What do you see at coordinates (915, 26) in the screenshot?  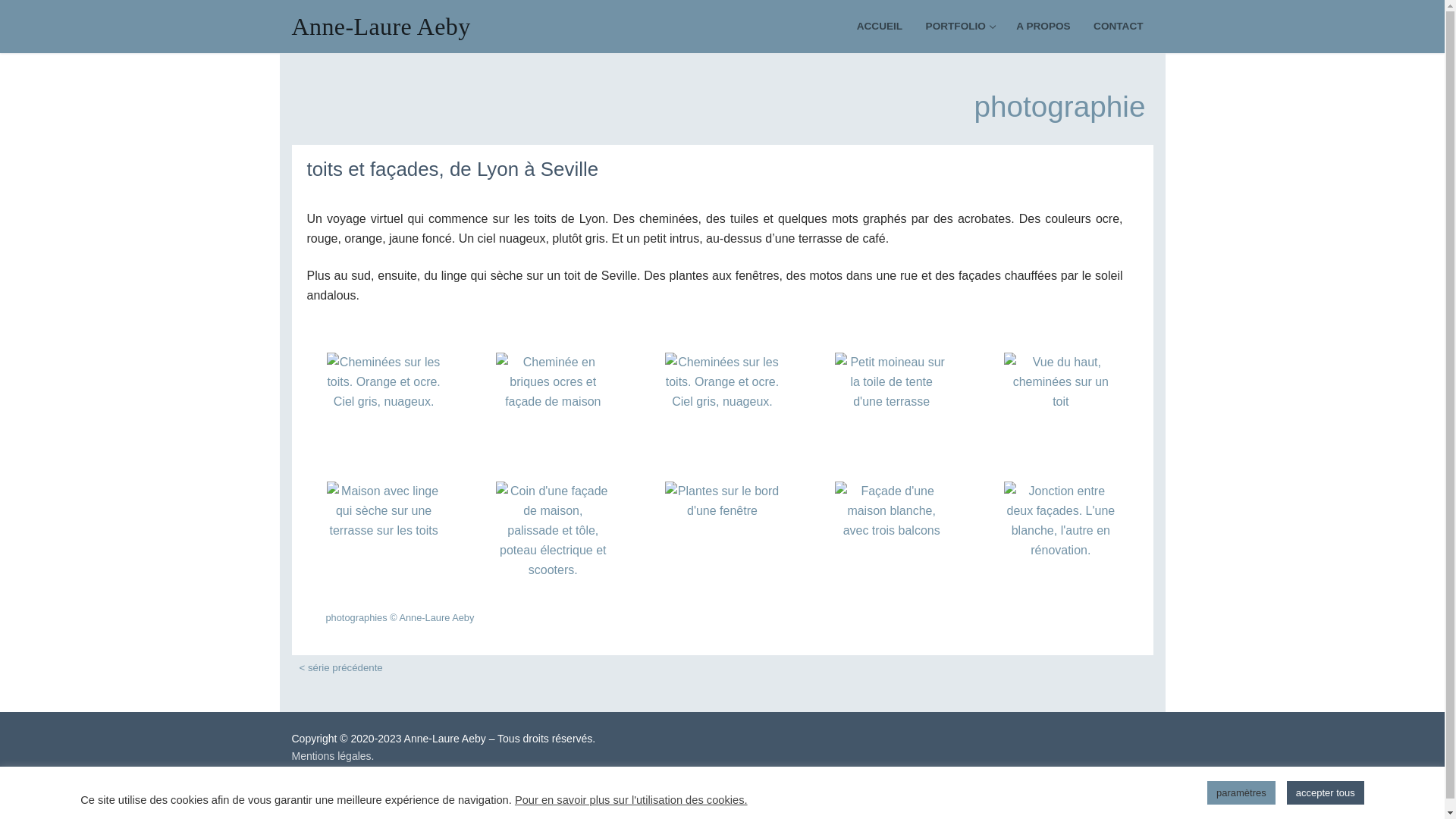 I see `'PORTFOLIO` at bounding box center [915, 26].